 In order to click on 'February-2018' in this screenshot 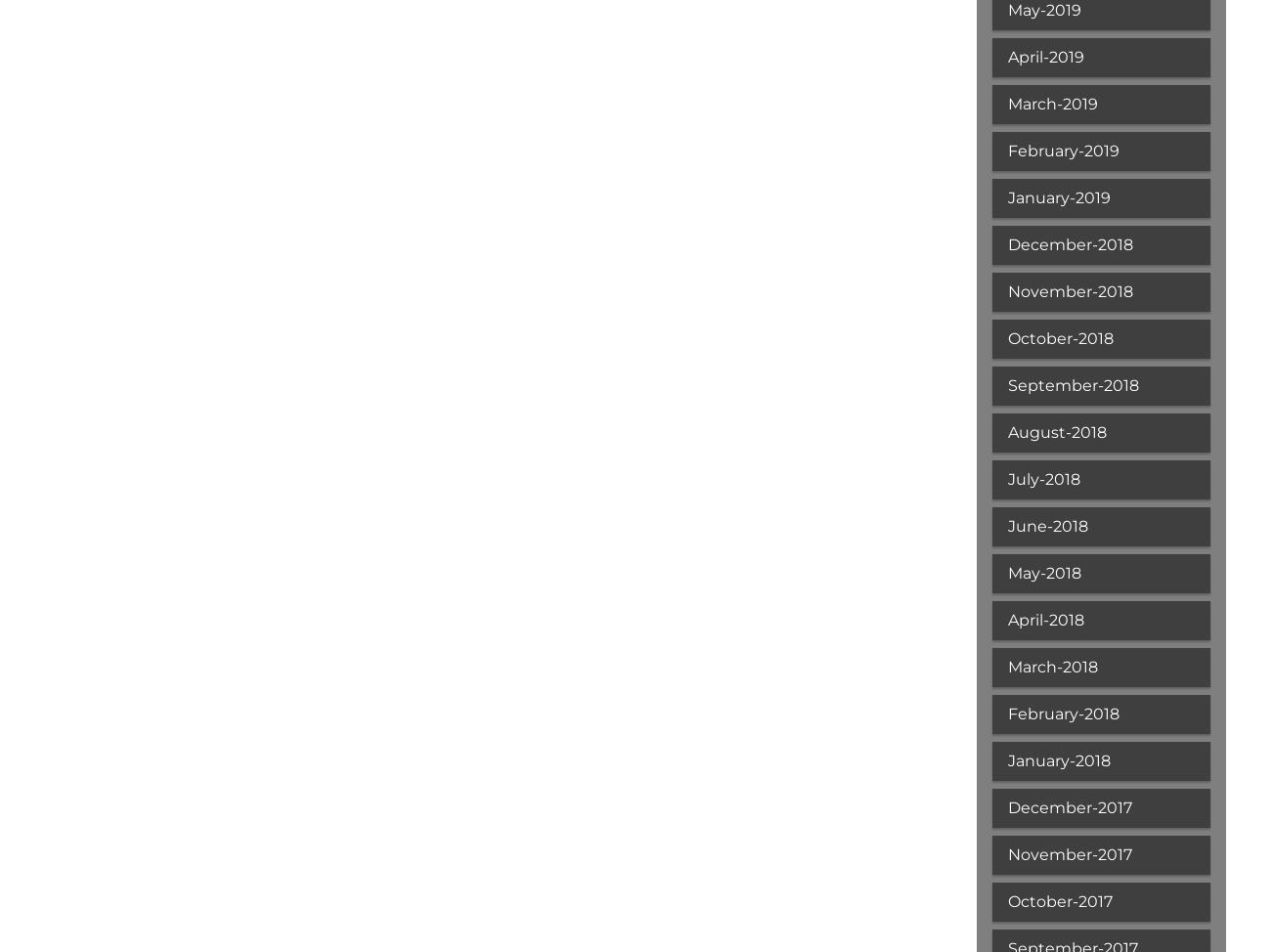, I will do `click(1007, 714)`.